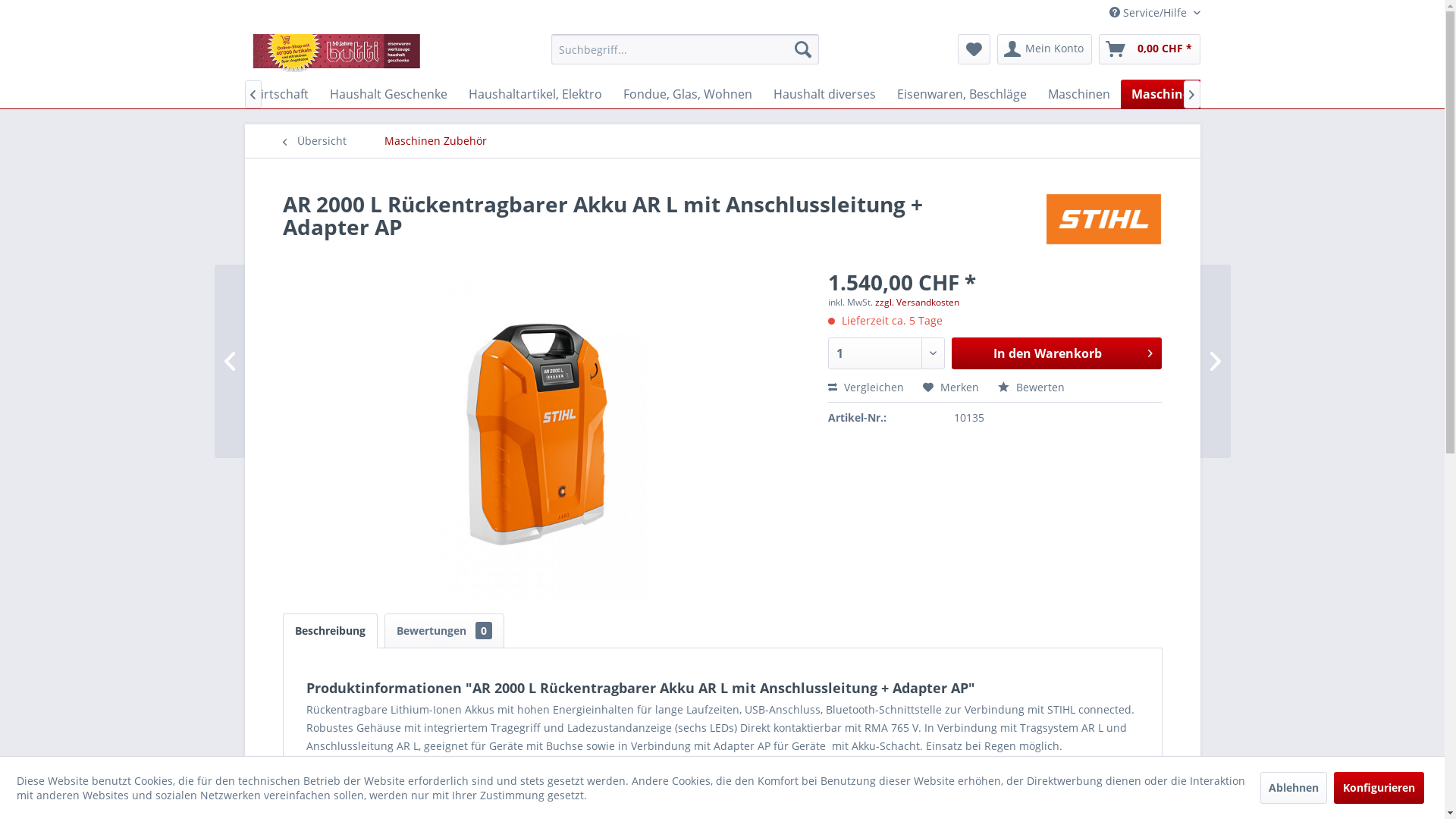 This screenshot has height=819, width=1456. Describe the element at coordinates (866, 386) in the screenshot. I see `'Vergleichen'` at that location.